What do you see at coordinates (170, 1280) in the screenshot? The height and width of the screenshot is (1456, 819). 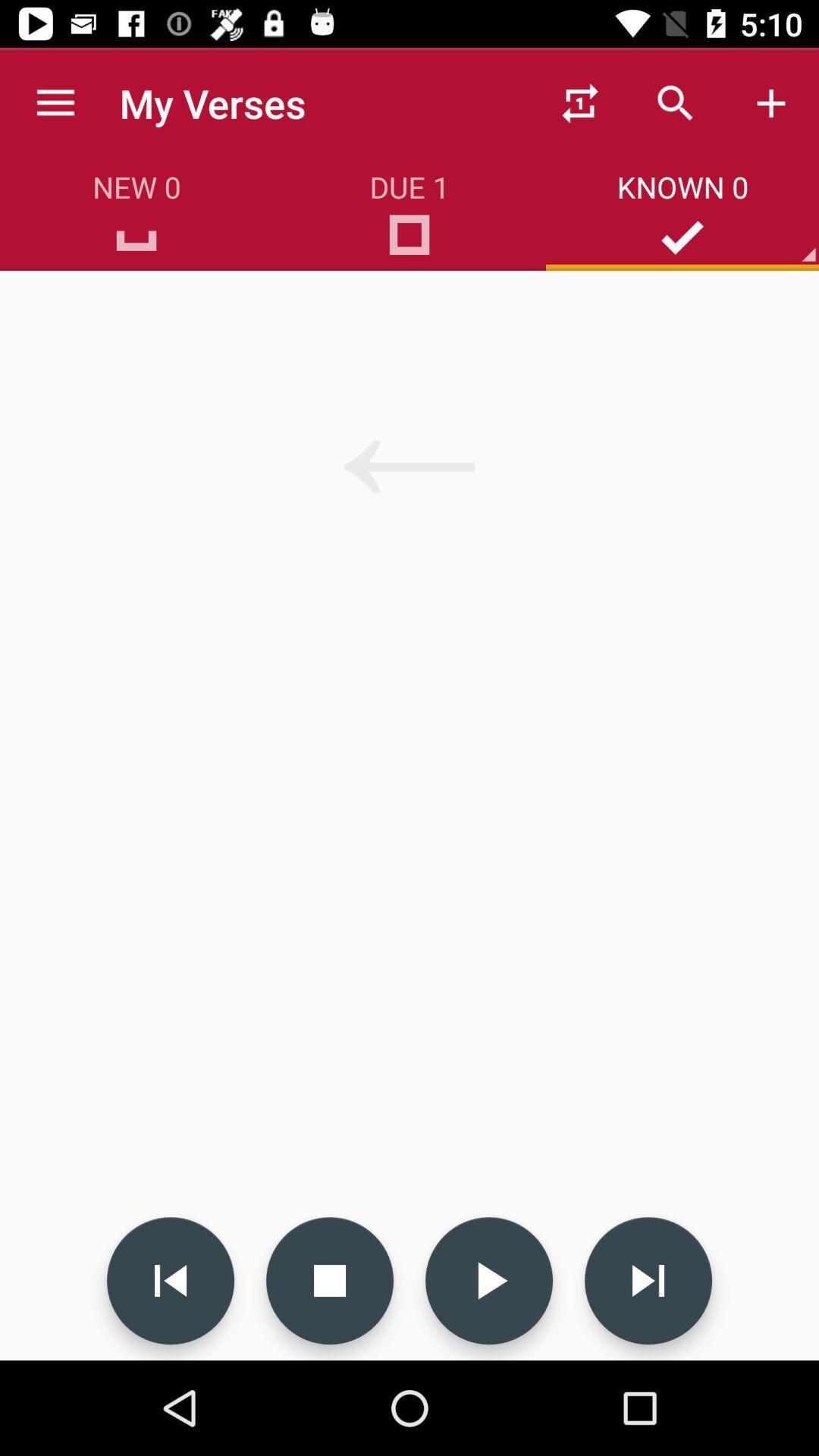 I see `the skip_previous icon` at bounding box center [170, 1280].